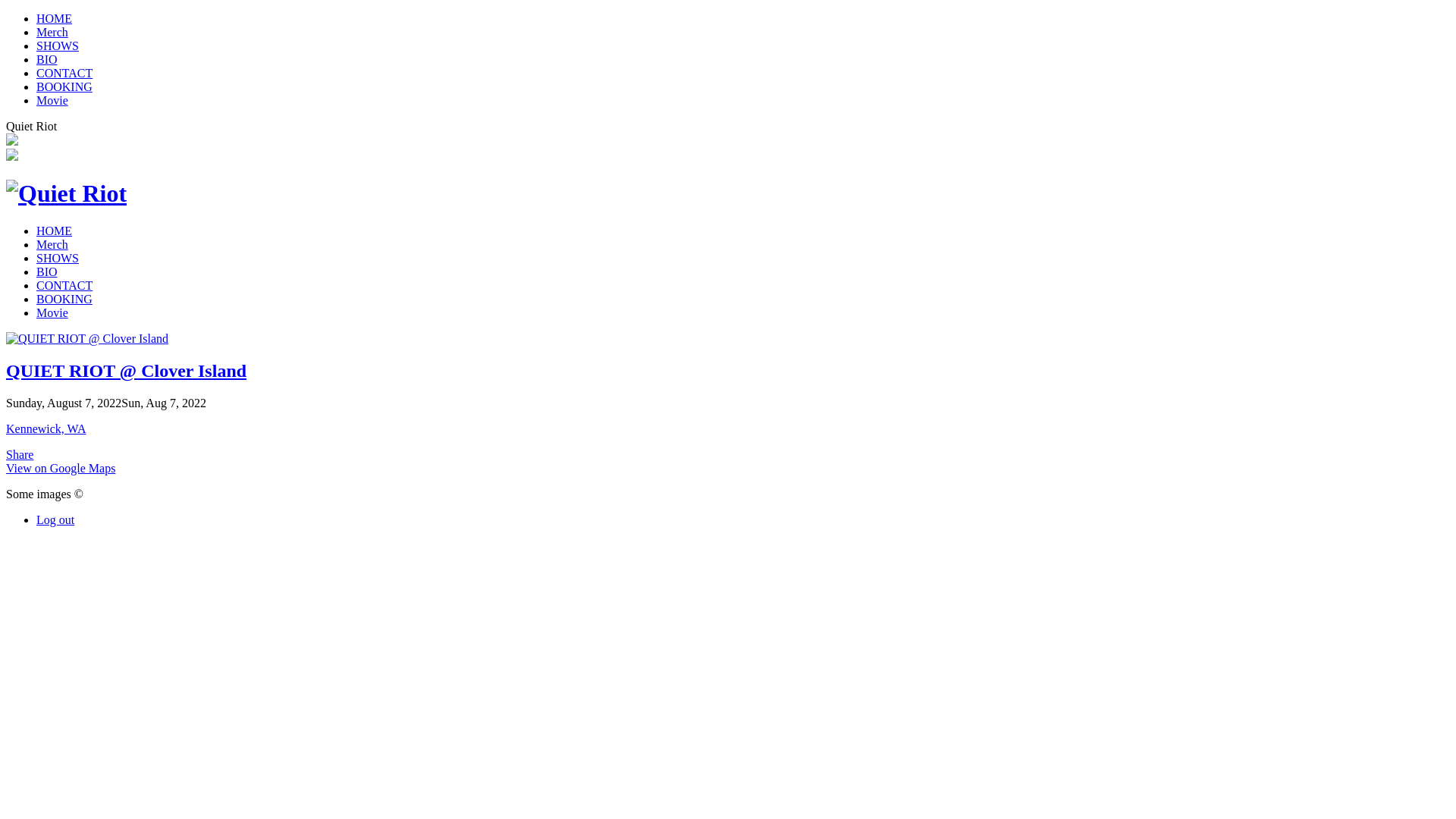  I want to click on 'BOOKING', so click(64, 86).